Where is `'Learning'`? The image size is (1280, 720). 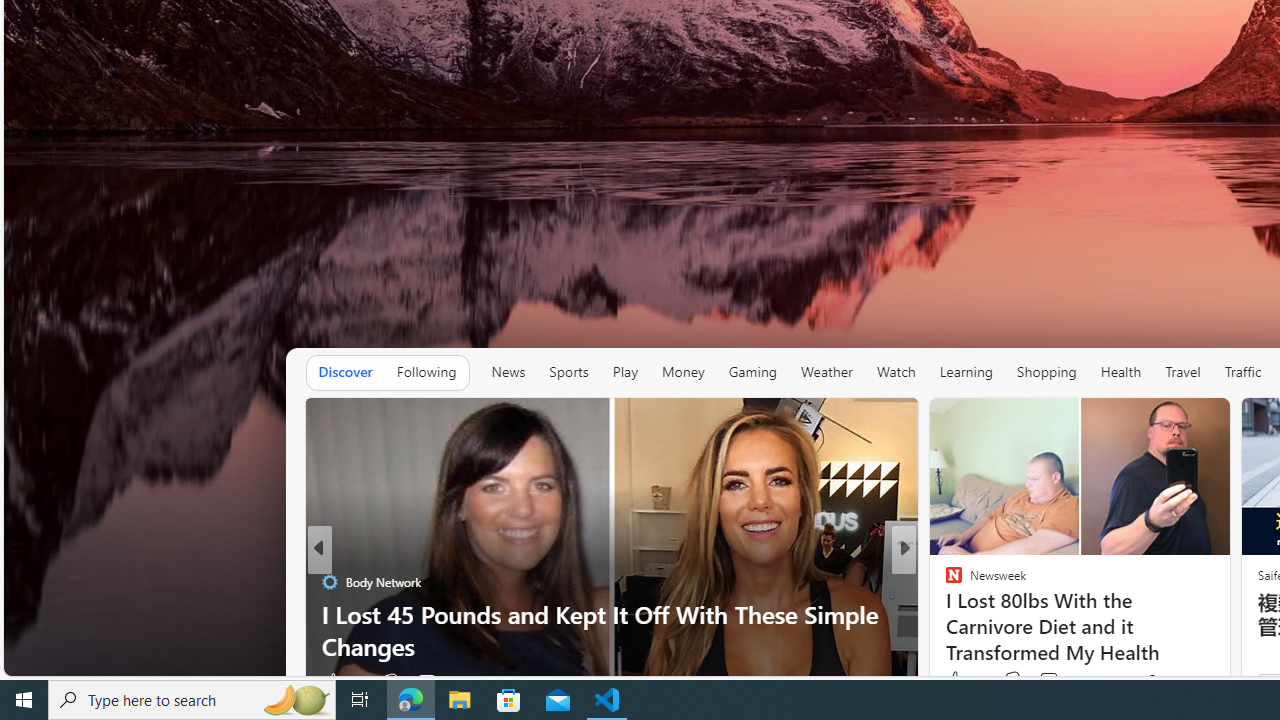
'Learning' is located at coordinates (966, 371).